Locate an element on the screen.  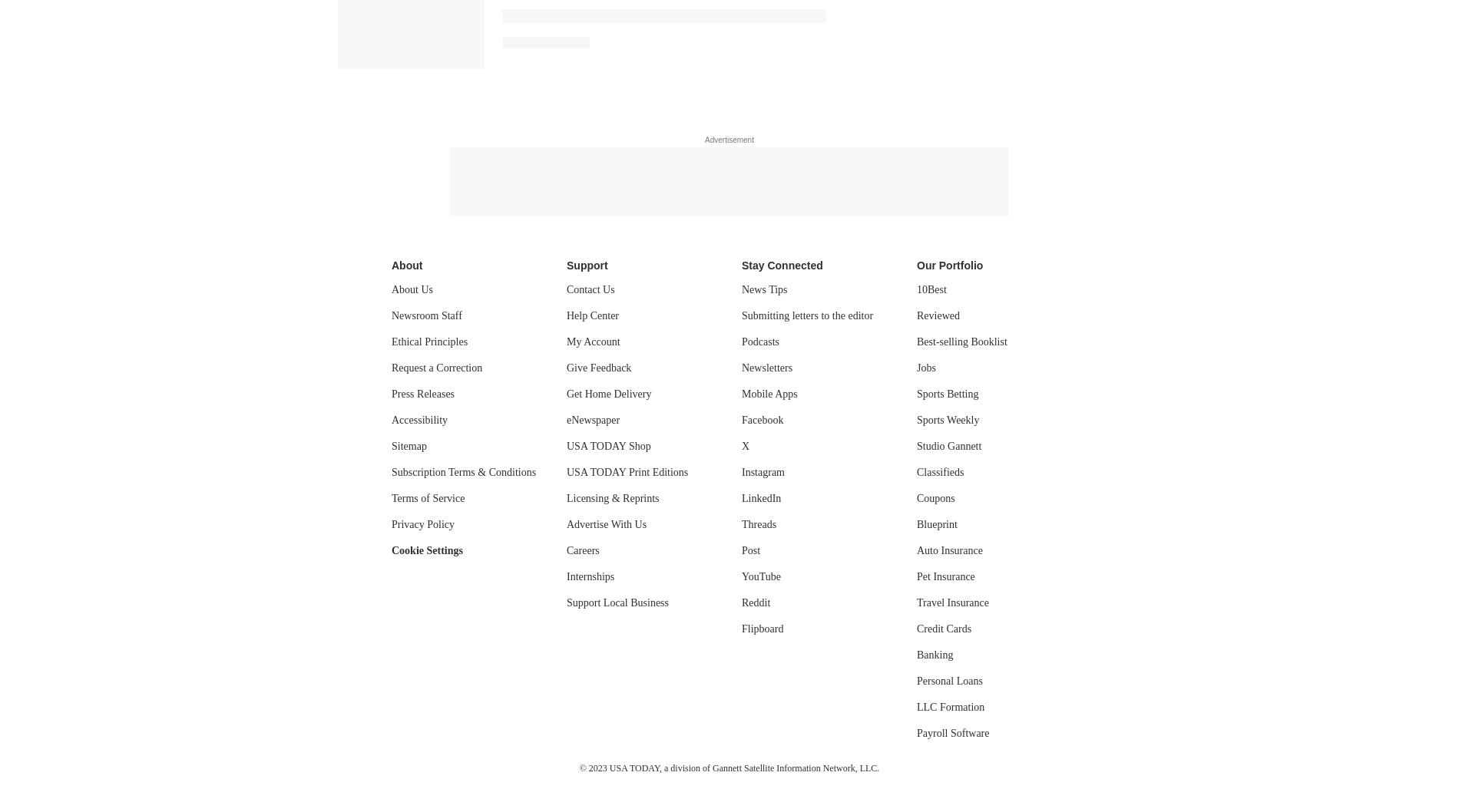
'Newsroom Staff' is located at coordinates (426, 315).